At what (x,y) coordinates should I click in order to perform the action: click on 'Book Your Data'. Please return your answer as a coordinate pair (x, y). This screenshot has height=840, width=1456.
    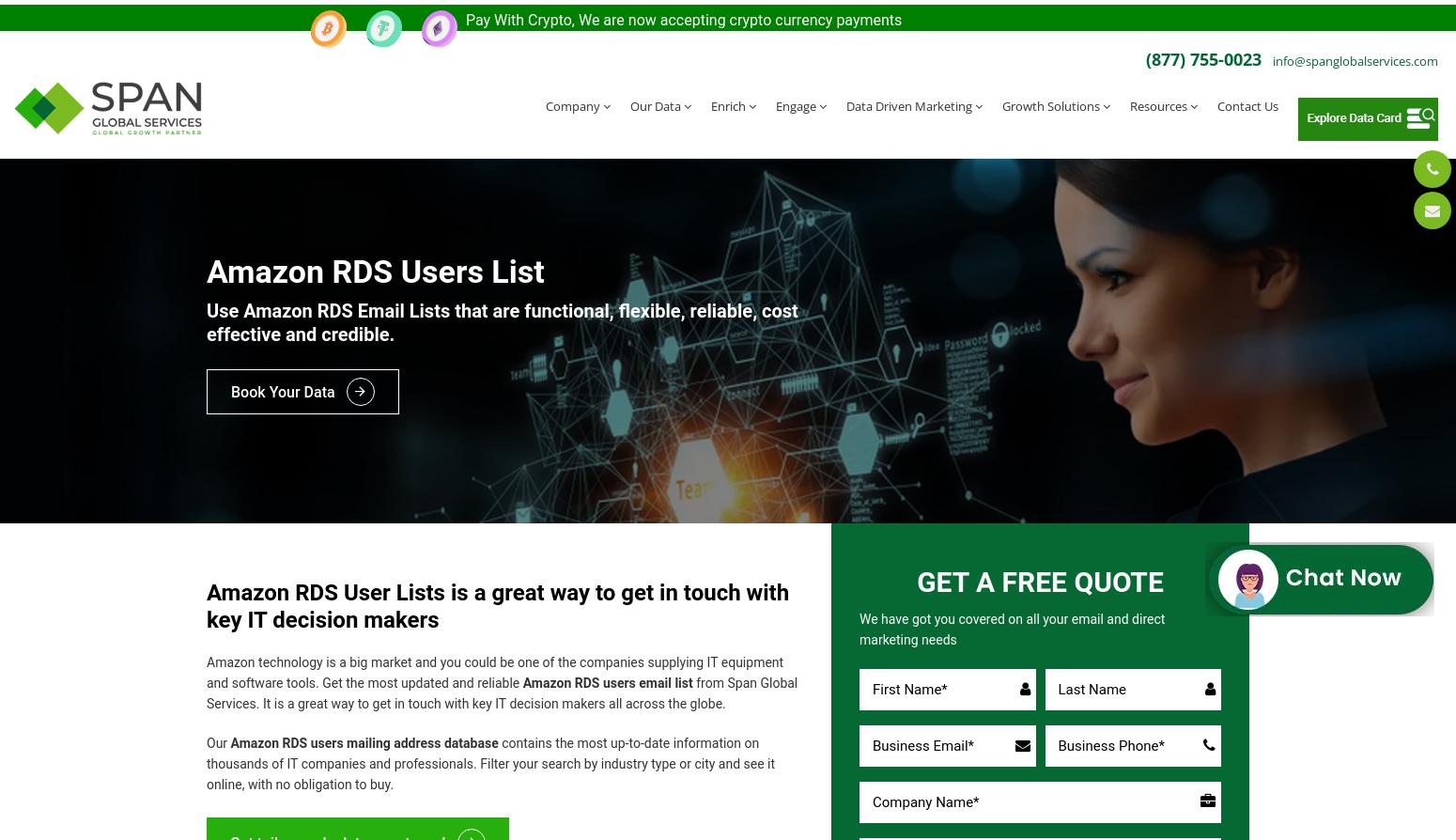
    Looking at the image, I should click on (288, 381).